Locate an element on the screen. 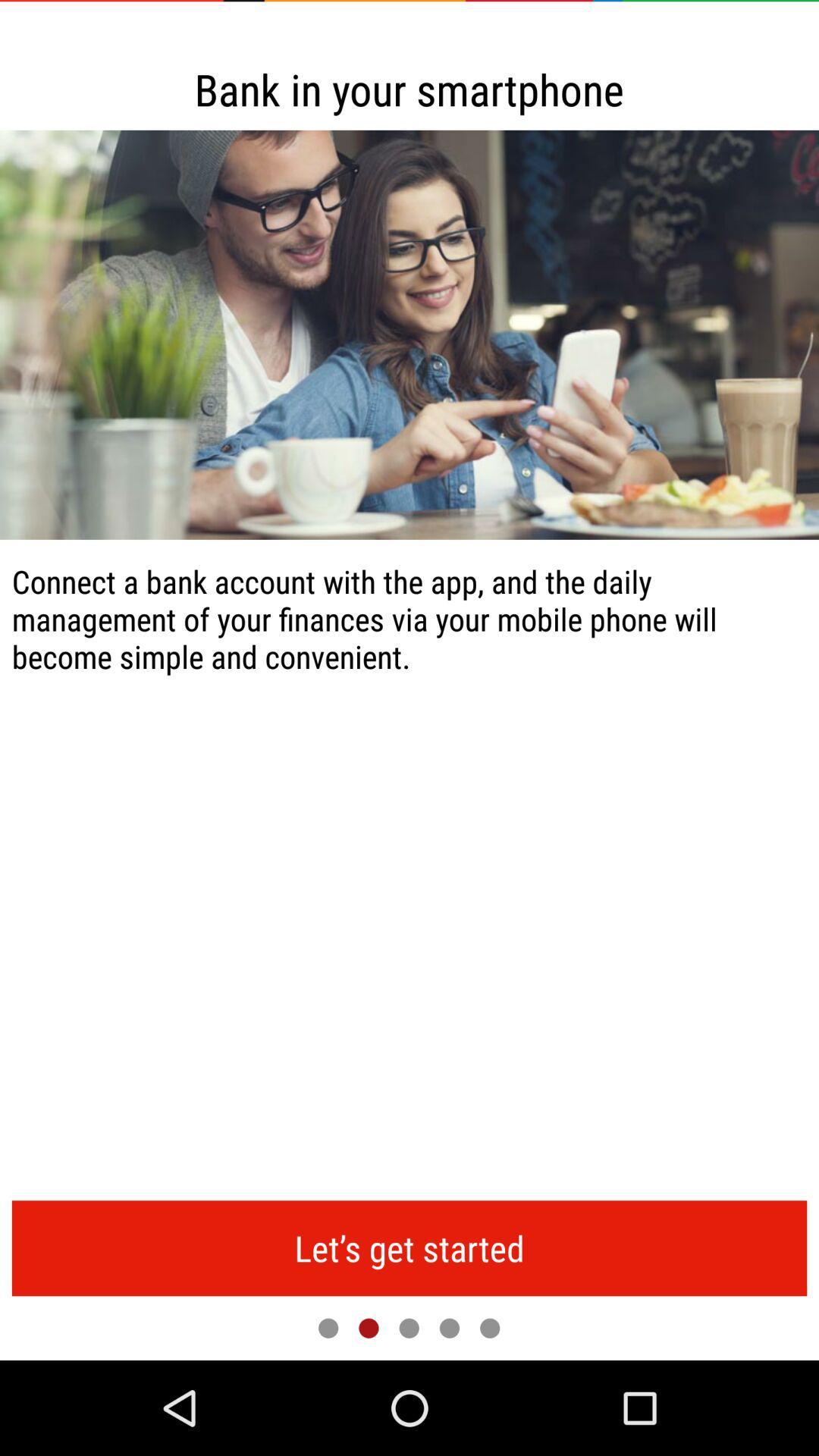 Image resolution: width=819 pixels, height=1456 pixels. change page is located at coordinates (408, 1327).